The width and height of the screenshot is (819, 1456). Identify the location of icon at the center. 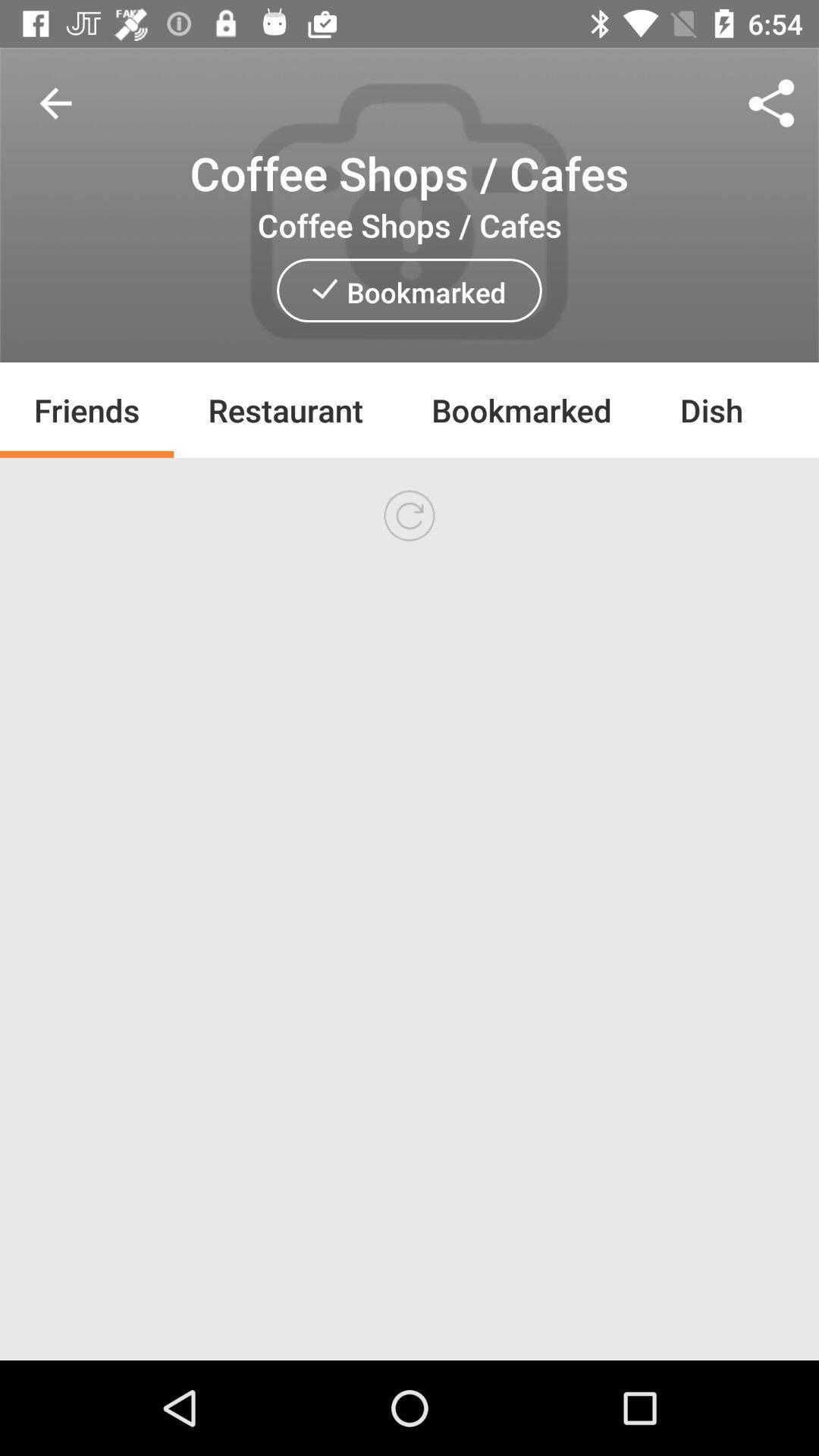
(409, 516).